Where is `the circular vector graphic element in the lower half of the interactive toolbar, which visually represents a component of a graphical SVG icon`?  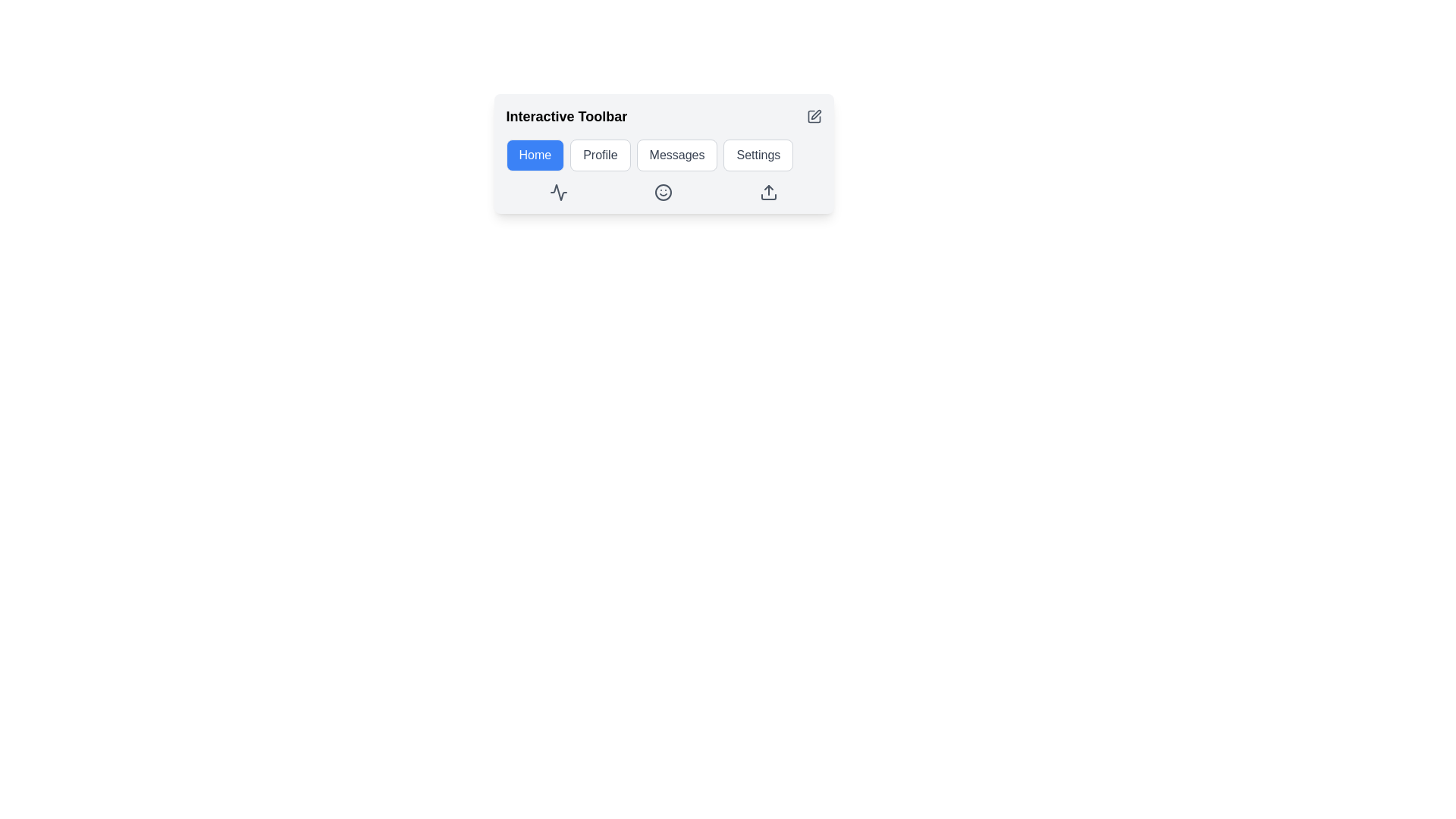 the circular vector graphic element in the lower half of the interactive toolbar, which visually represents a component of a graphical SVG icon is located at coordinates (664, 192).